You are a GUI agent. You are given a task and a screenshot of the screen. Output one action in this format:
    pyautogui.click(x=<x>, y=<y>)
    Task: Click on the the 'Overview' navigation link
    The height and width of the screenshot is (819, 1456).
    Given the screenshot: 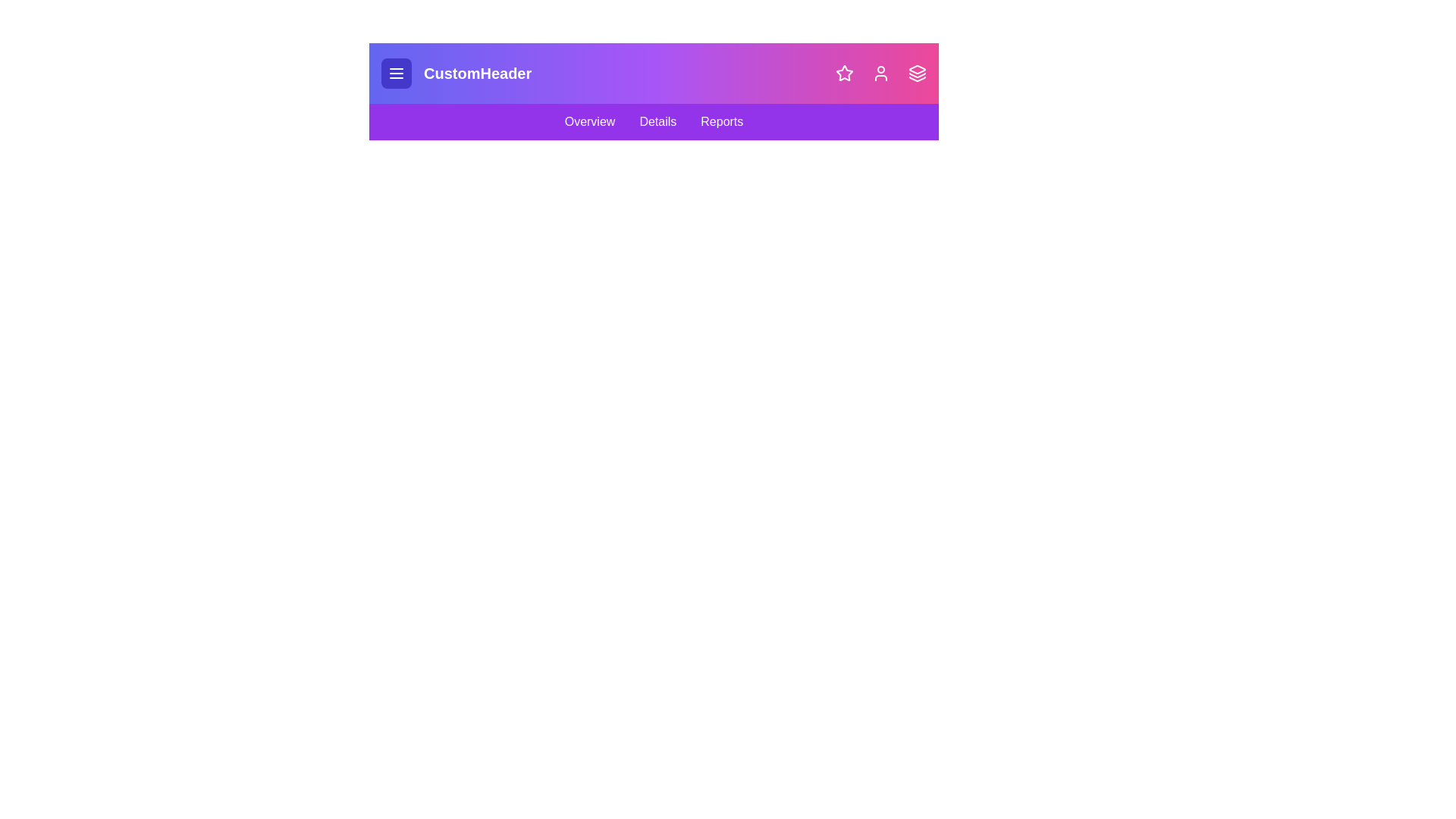 What is the action you would take?
    pyautogui.click(x=588, y=121)
    